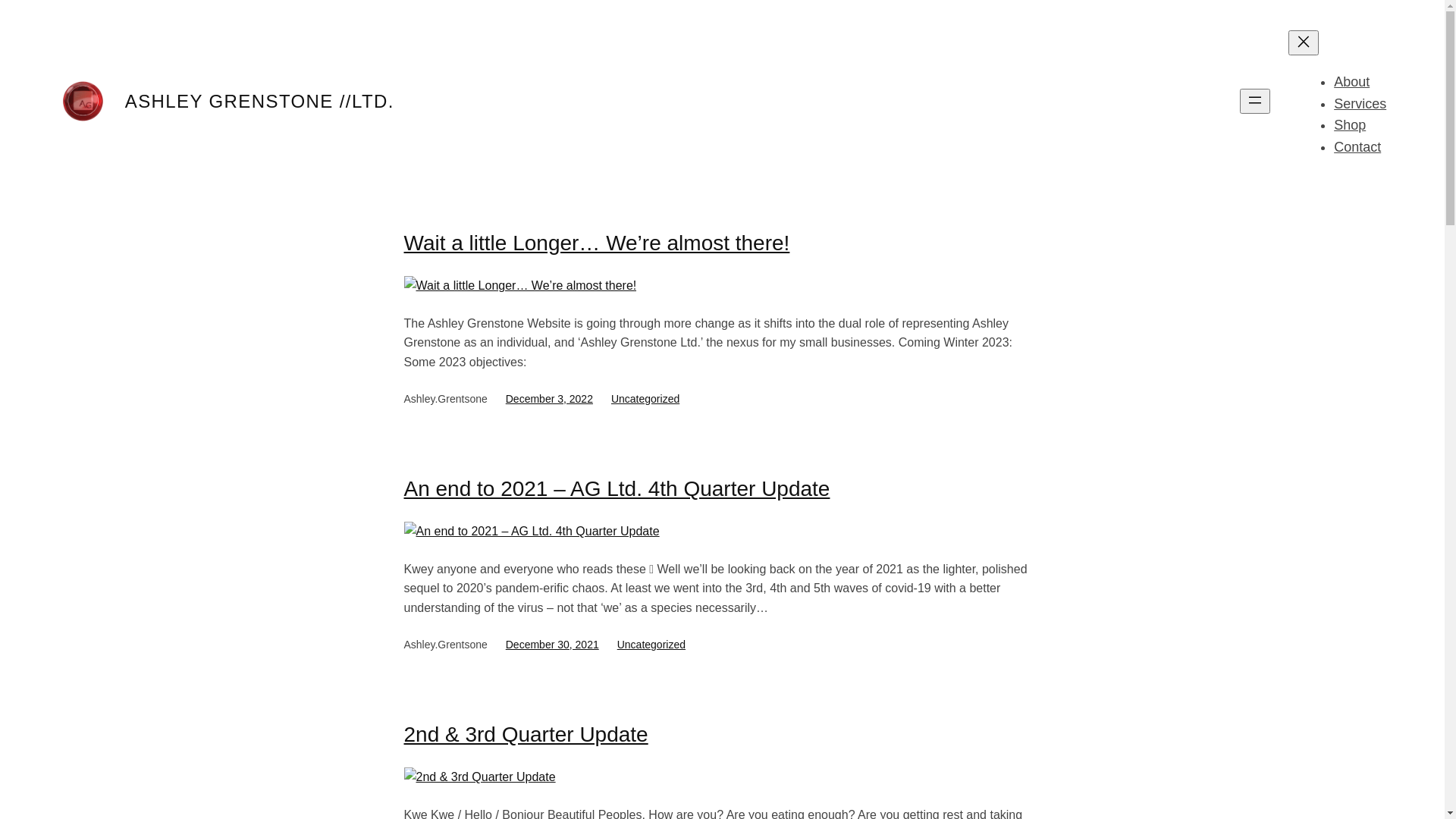 This screenshot has height=819, width=1456. What do you see at coordinates (525, 733) in the screenshot?
I see `'2nd & 3rd Quarter Update'` at bounding box center [525, 733].